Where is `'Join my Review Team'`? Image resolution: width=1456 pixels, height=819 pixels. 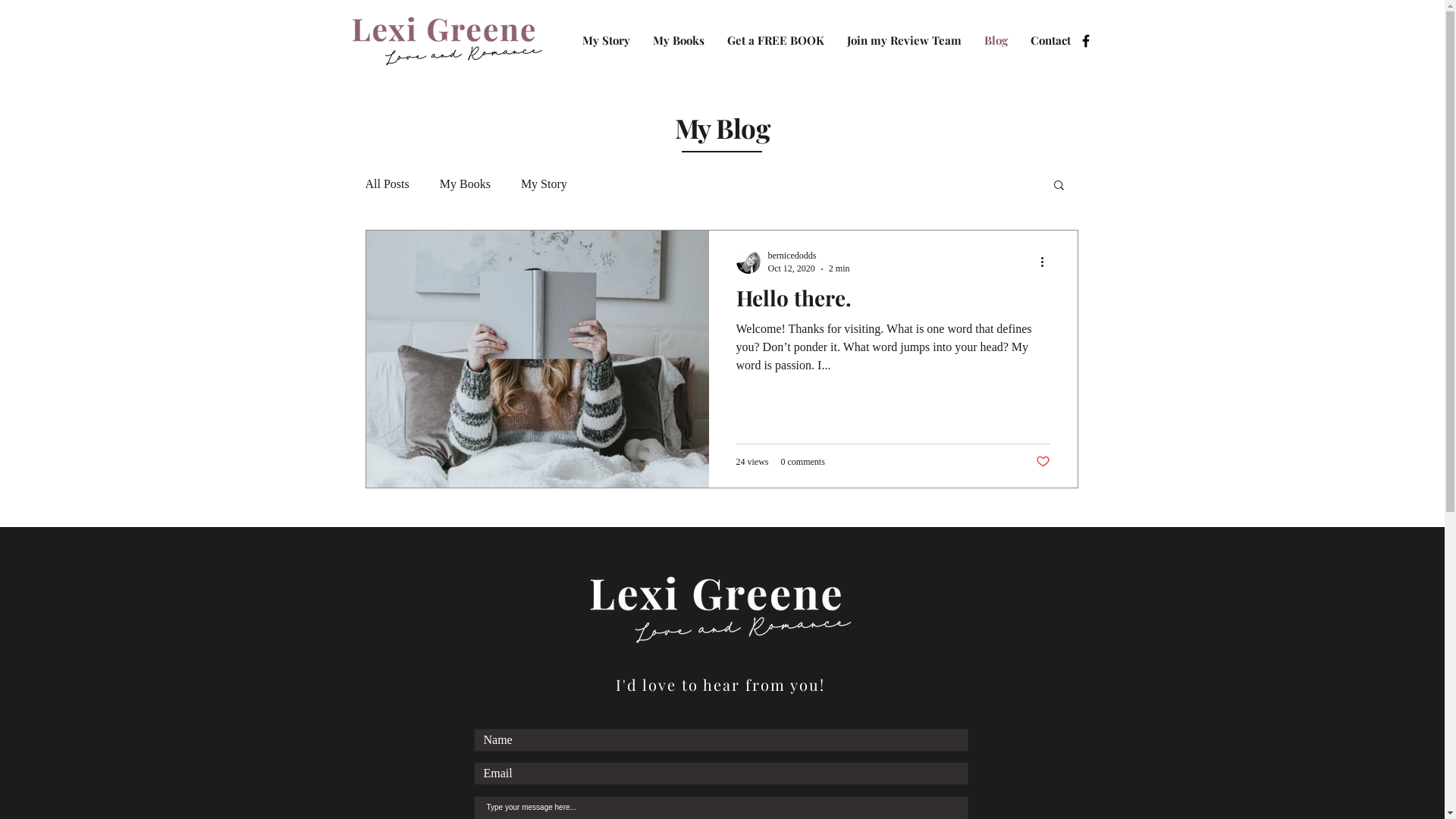 'Join my Review Team' is located at coordinates (904, 39).